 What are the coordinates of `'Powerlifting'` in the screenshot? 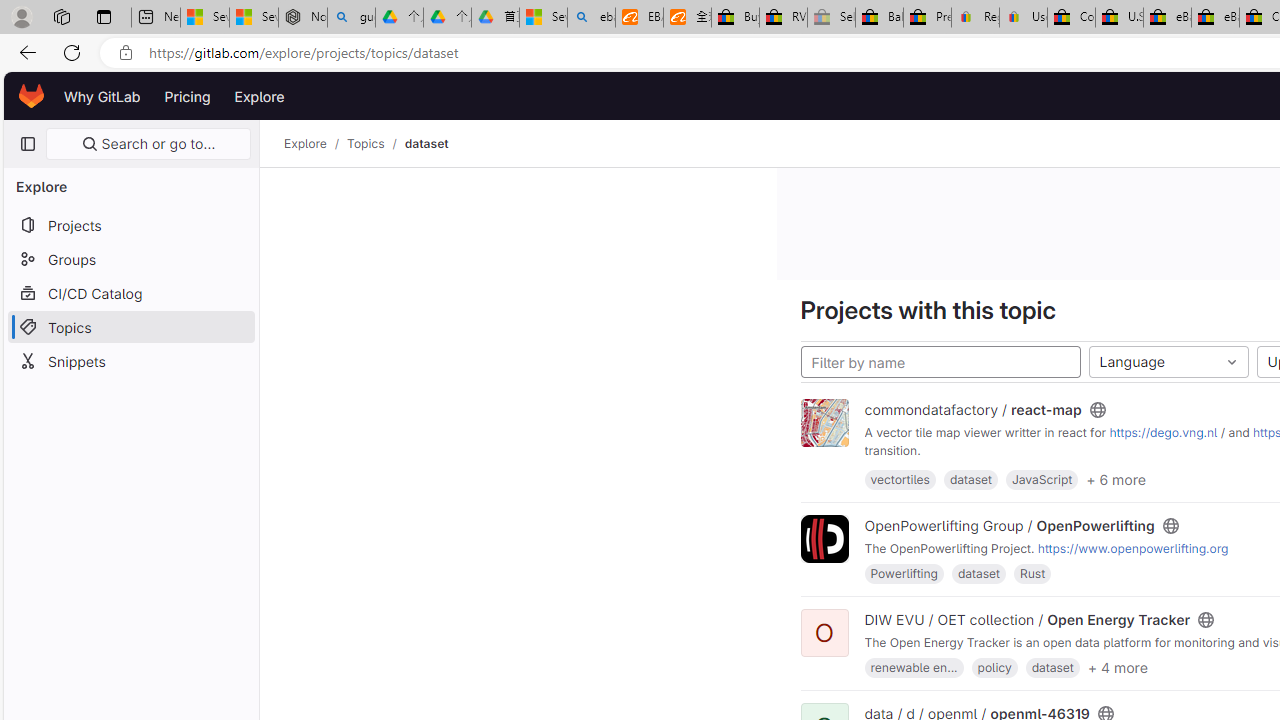 It's located at (903, 573).